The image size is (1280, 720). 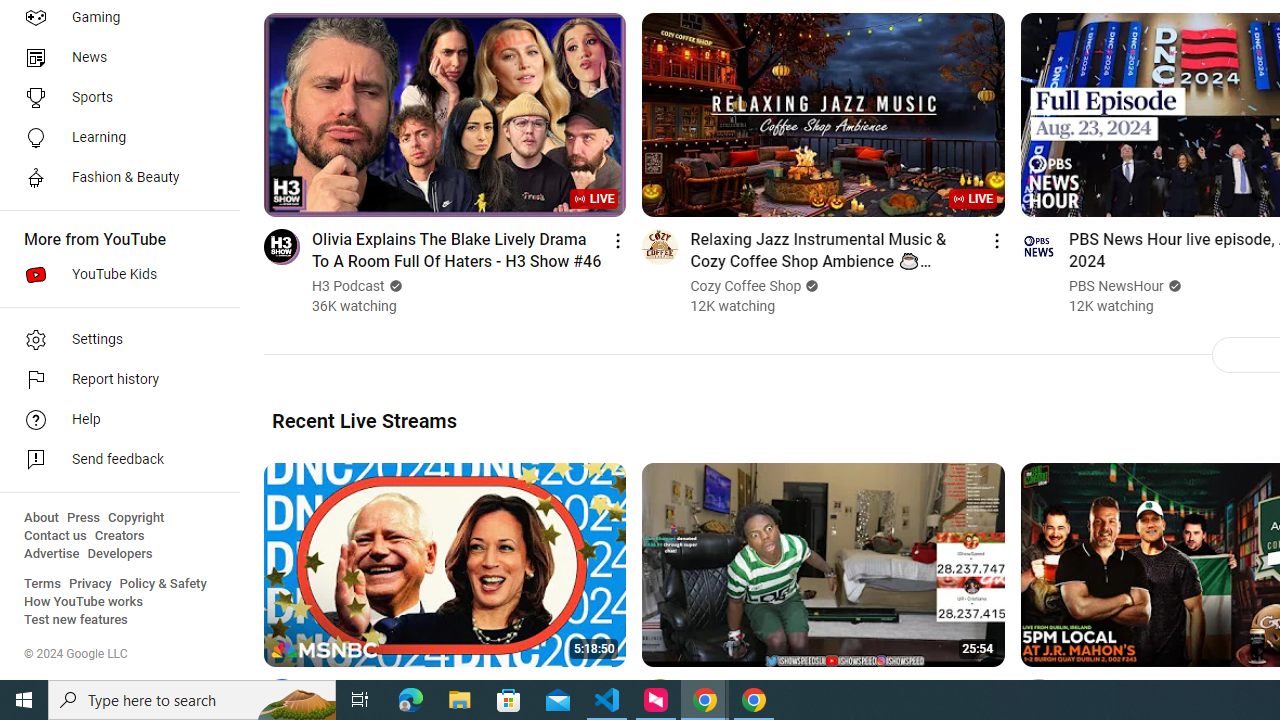 What do you see at coordinates (112, 176) in the screenshot?
I see `'Fashion & Beauty'` at bounding box center [112, 176].